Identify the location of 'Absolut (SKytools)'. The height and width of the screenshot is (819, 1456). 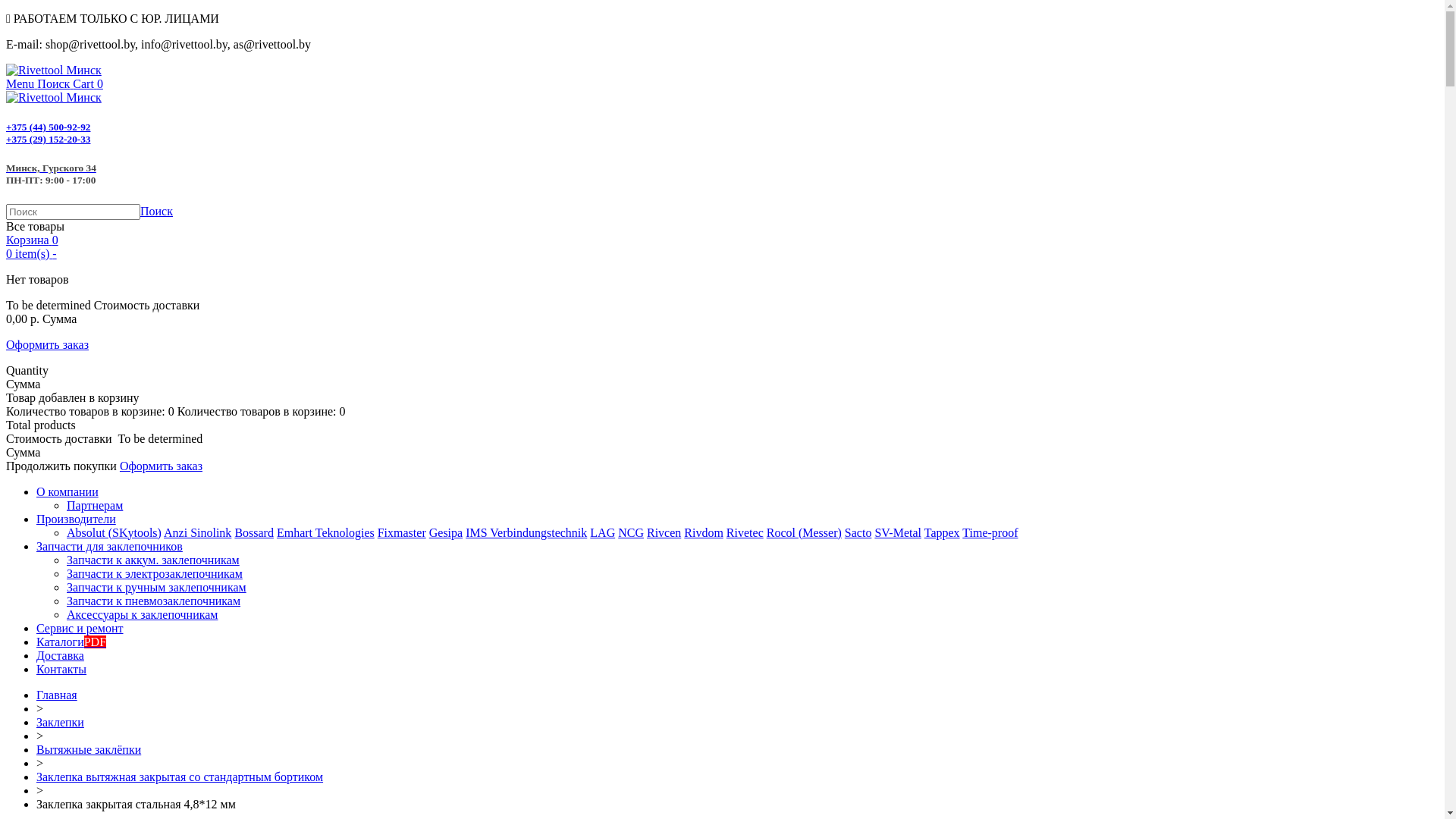
(113, 532).